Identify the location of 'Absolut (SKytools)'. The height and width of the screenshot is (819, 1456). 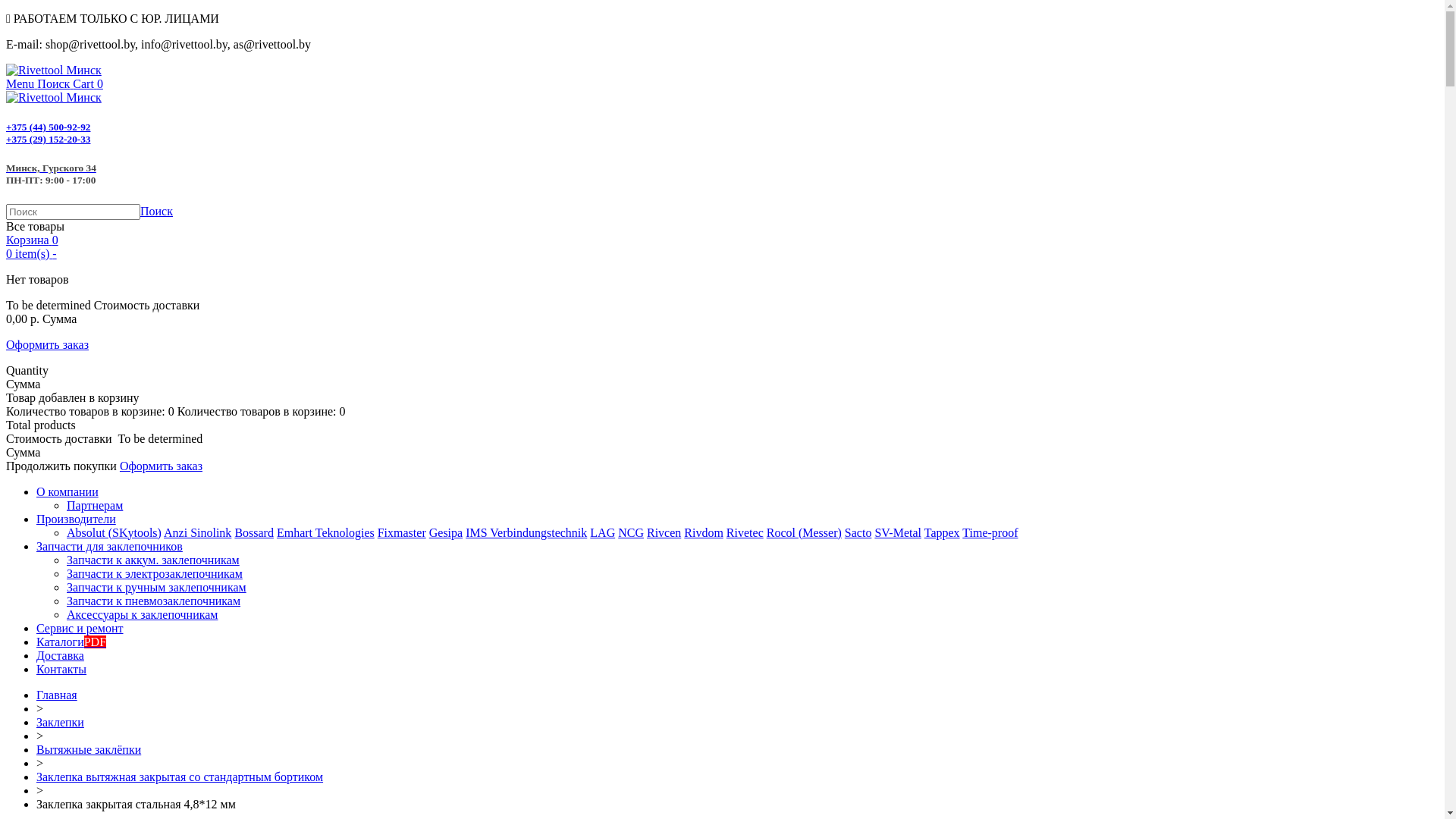
(113, 532).